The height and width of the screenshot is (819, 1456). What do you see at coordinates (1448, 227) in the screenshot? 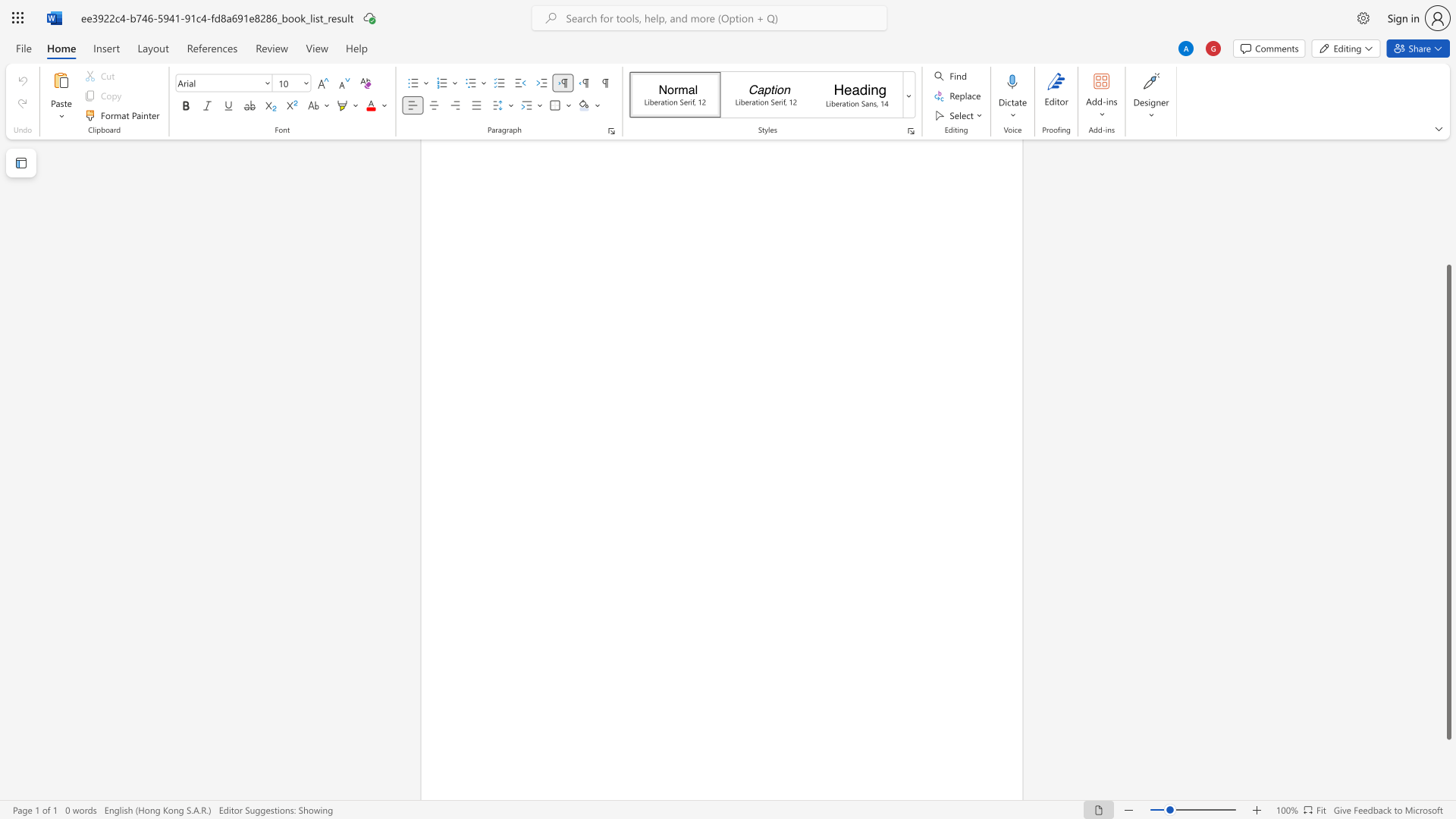
I see `the scrollbar to scroll the page up` at bounding box center [1448, 227].